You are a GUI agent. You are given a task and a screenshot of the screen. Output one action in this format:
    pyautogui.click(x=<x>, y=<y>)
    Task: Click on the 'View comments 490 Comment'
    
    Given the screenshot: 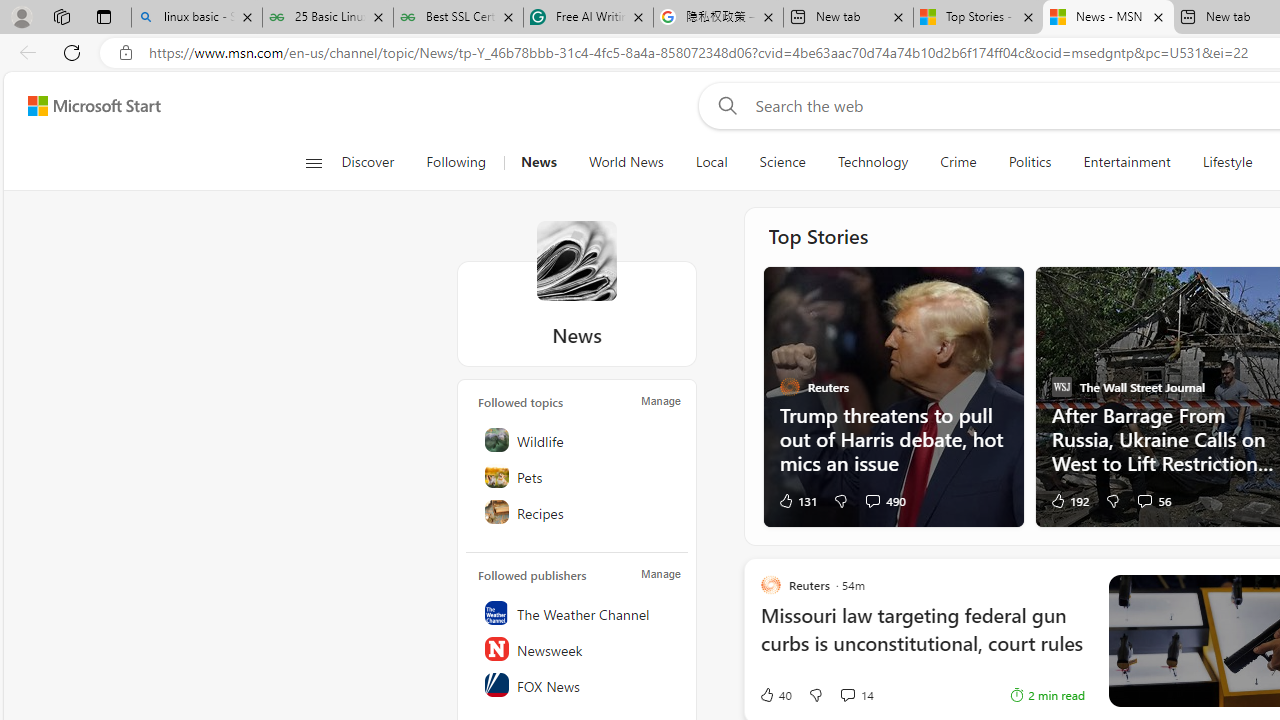 What is the action you would take?
    pyautogui.click(x=872, y=499)
    